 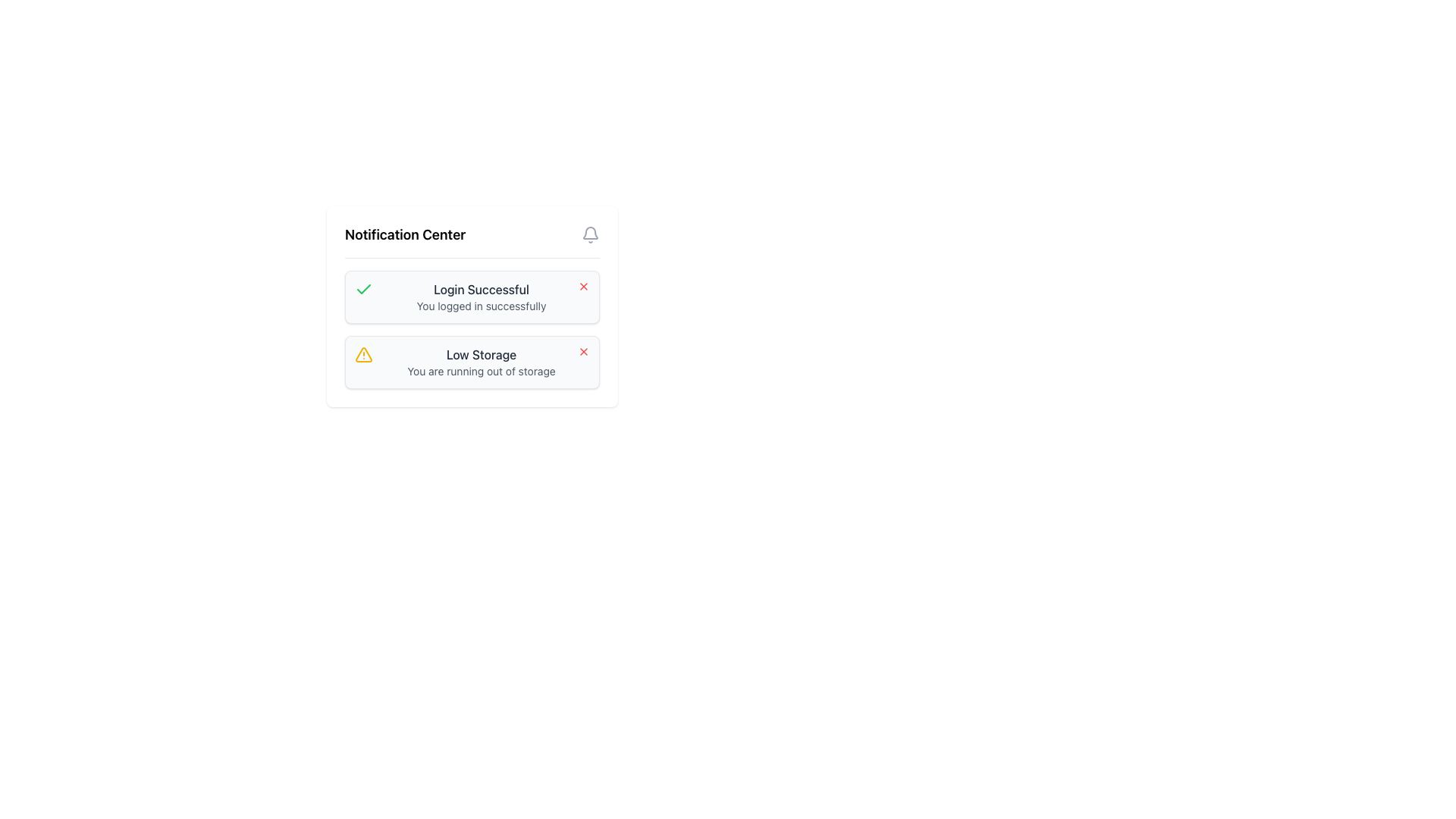 What do you see at coordinates (364, 289) in the screenshot?
I see `the success icon located in the top-left corner of the 'Login Successful' notification card to indicate confirmation status` at bounding box center [364, 289].